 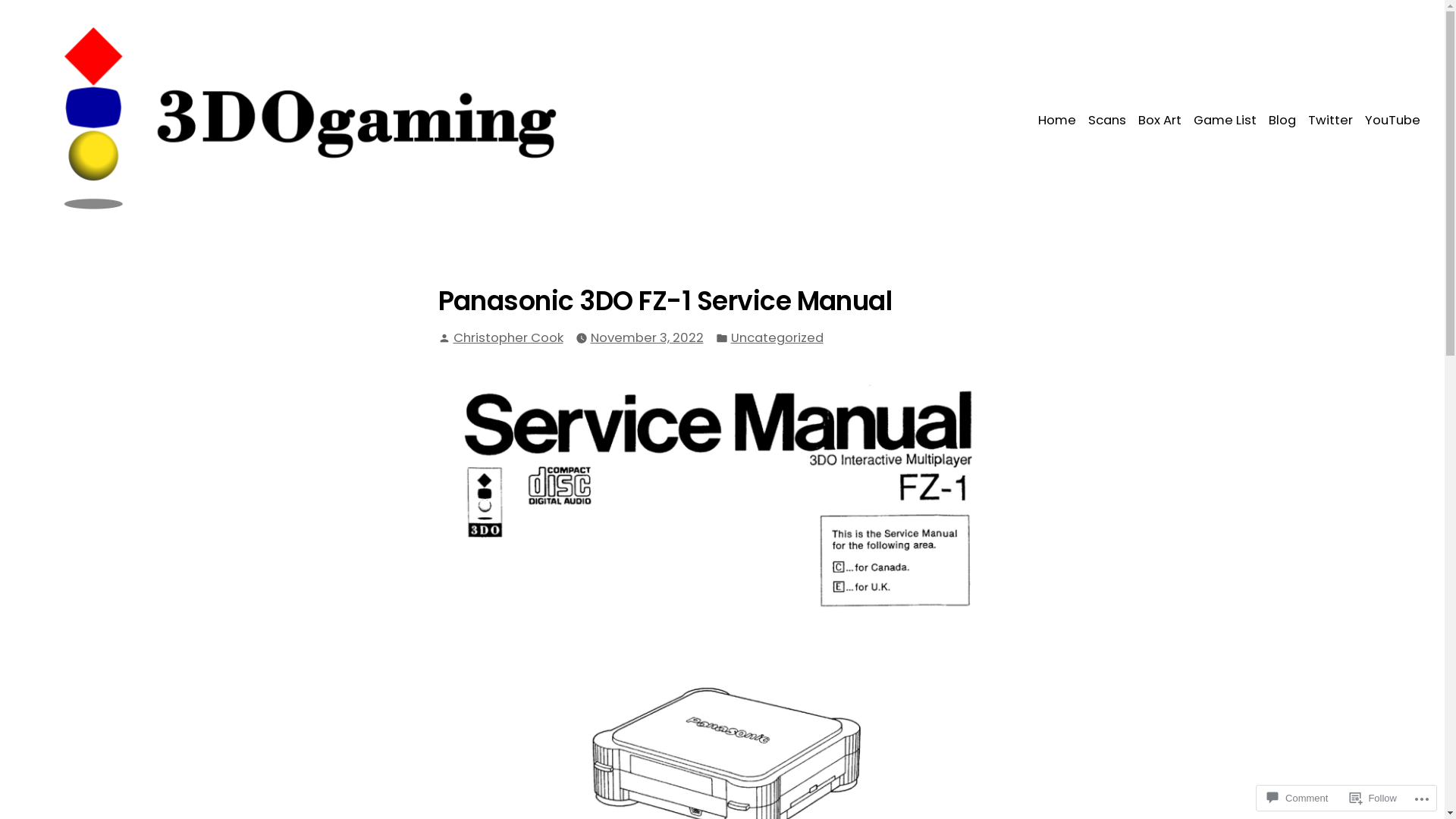 I want to click on 'Box Art', so click(x=1159, y=120).